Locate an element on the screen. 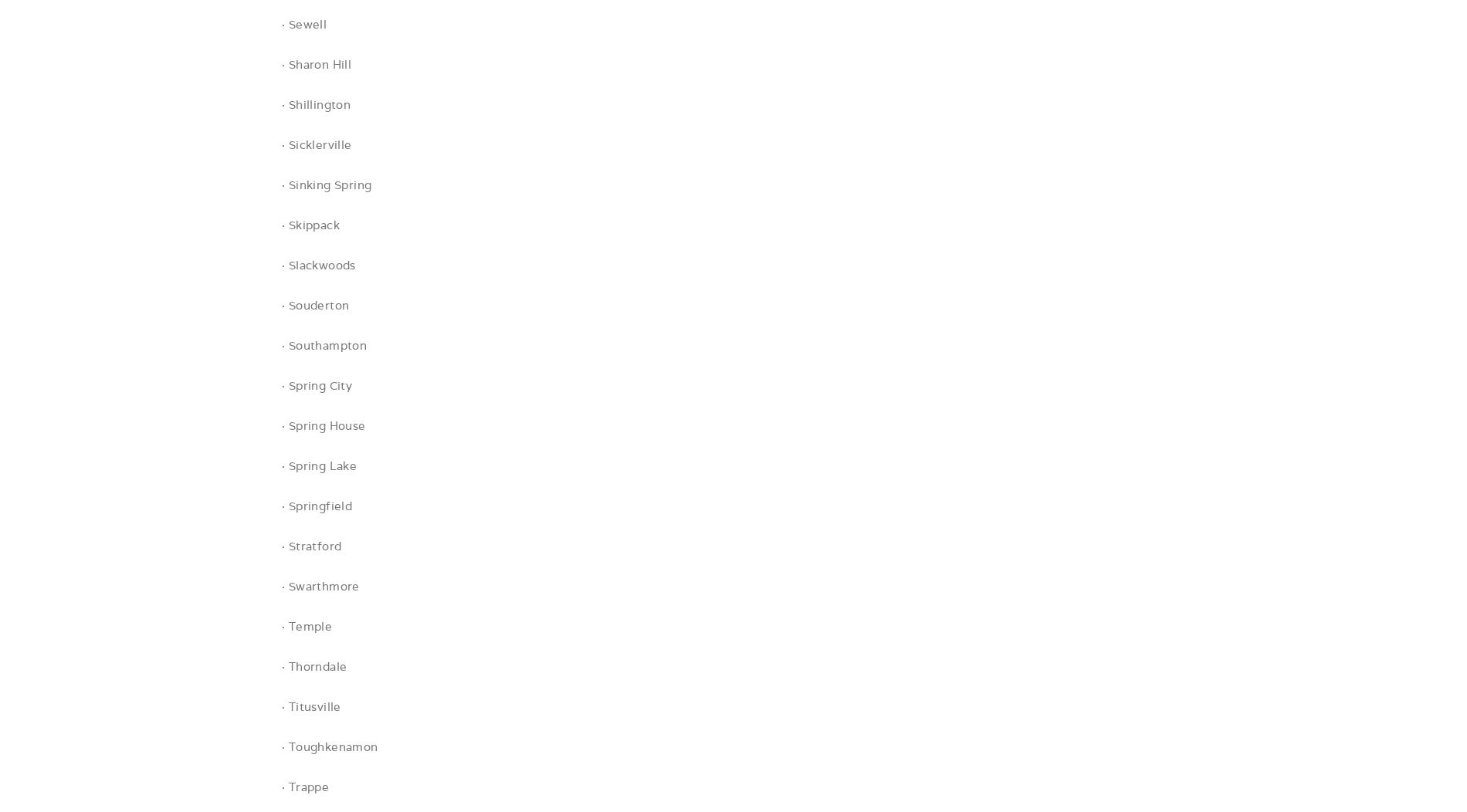 This screenshot has width=1467, height=812. '· Souderton' is located at coordinates (280, 304).